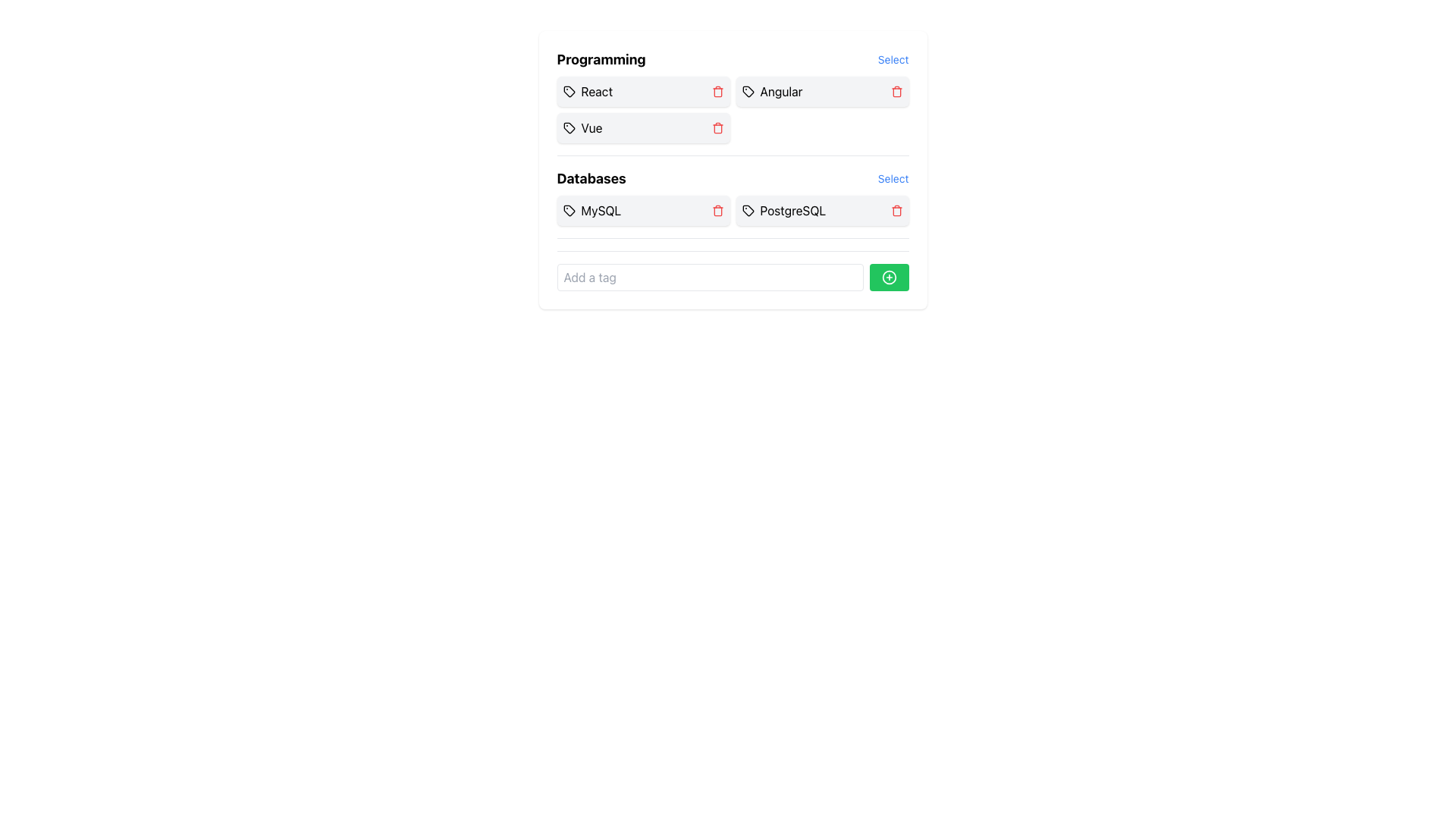  Describe the element at coordinates (717, 91) in the screenshot. I see `the delete button located to the right of the 'React' tag in the 'Programming' section for visual feedback` at that location.